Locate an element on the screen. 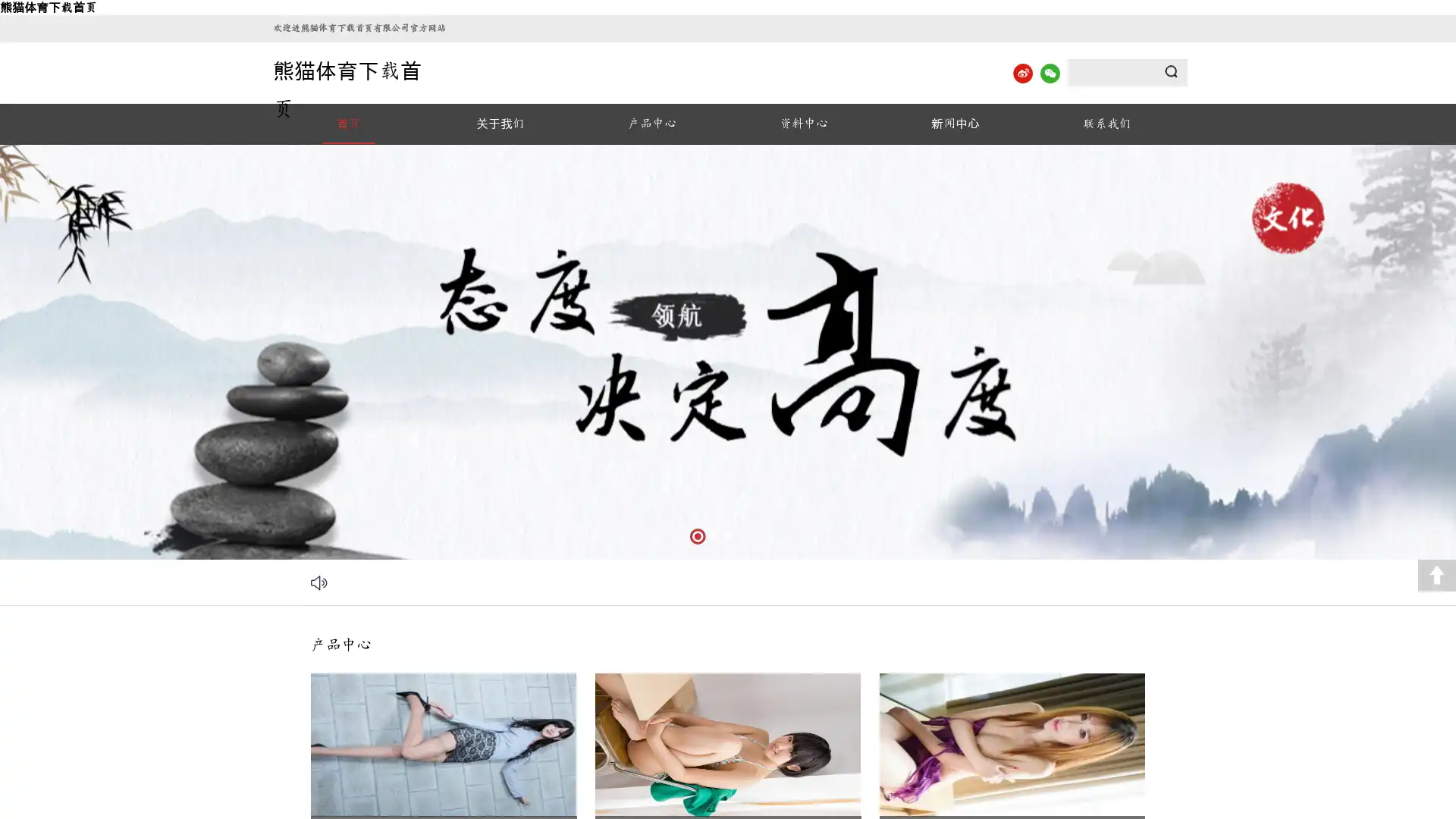 The image size is (1456, 819). Submit is located at coordinates (1171, 72).